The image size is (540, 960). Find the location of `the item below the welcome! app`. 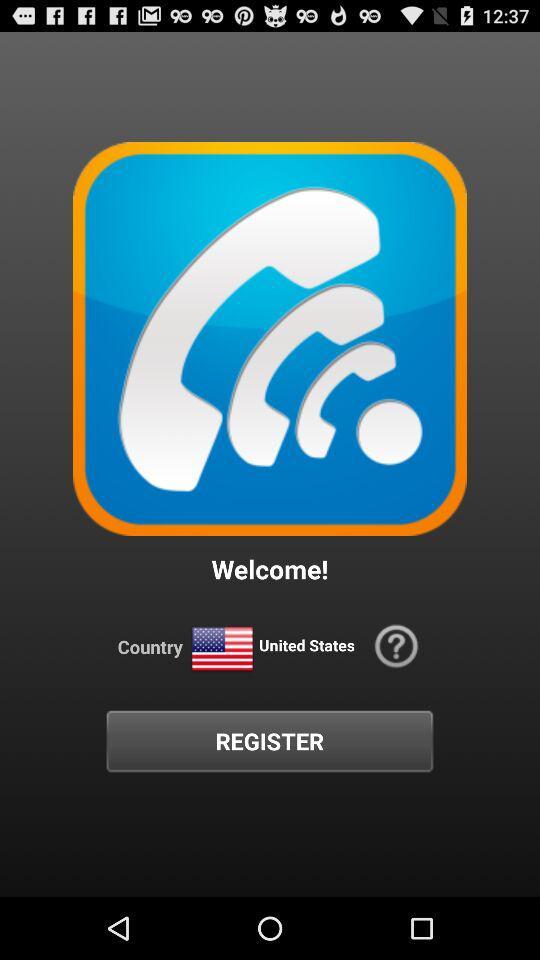

the item below the welcome! app is located at coordinates (221, 648).